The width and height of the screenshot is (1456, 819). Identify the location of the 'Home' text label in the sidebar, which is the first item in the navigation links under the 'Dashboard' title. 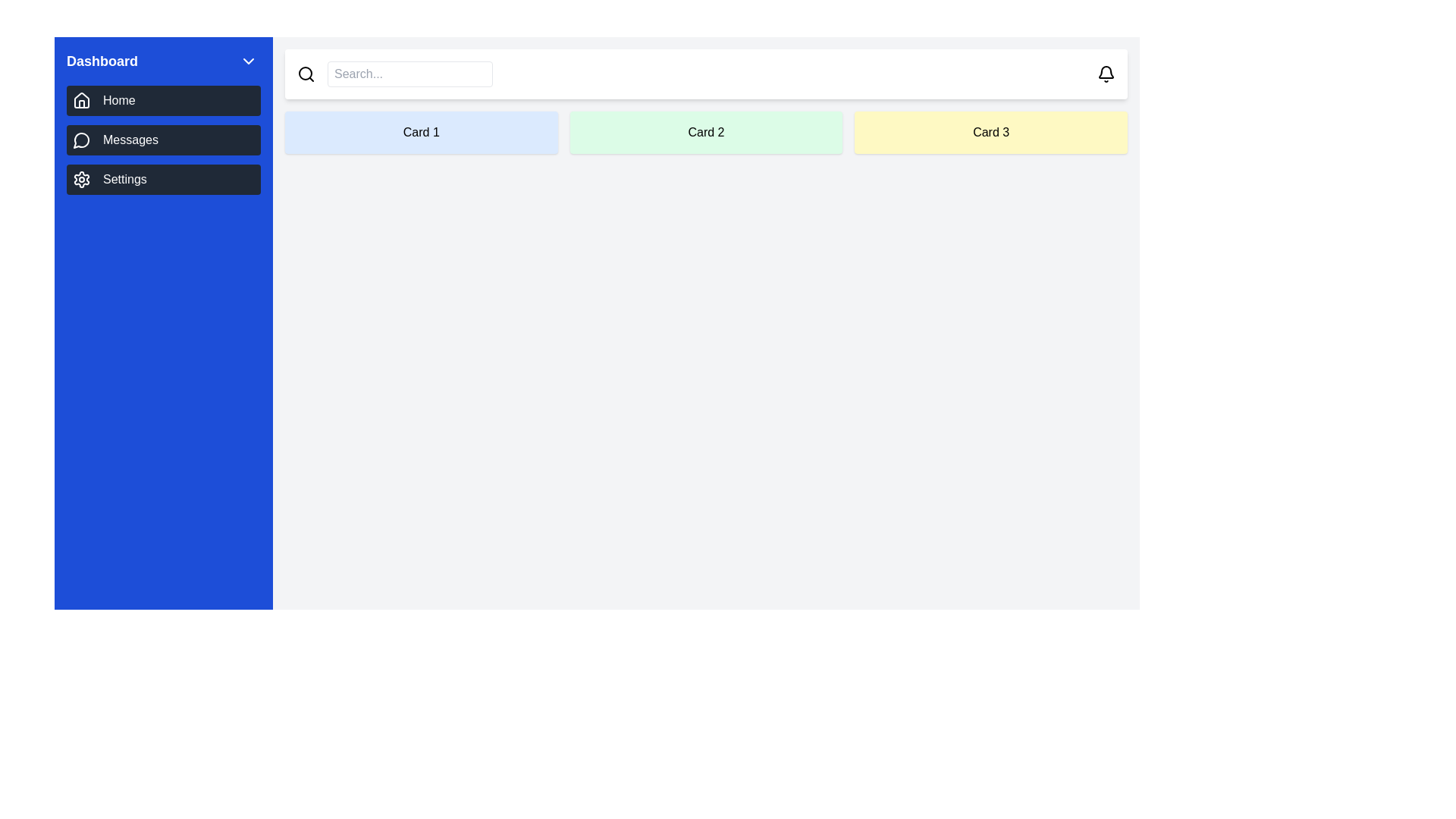
(118, 100).